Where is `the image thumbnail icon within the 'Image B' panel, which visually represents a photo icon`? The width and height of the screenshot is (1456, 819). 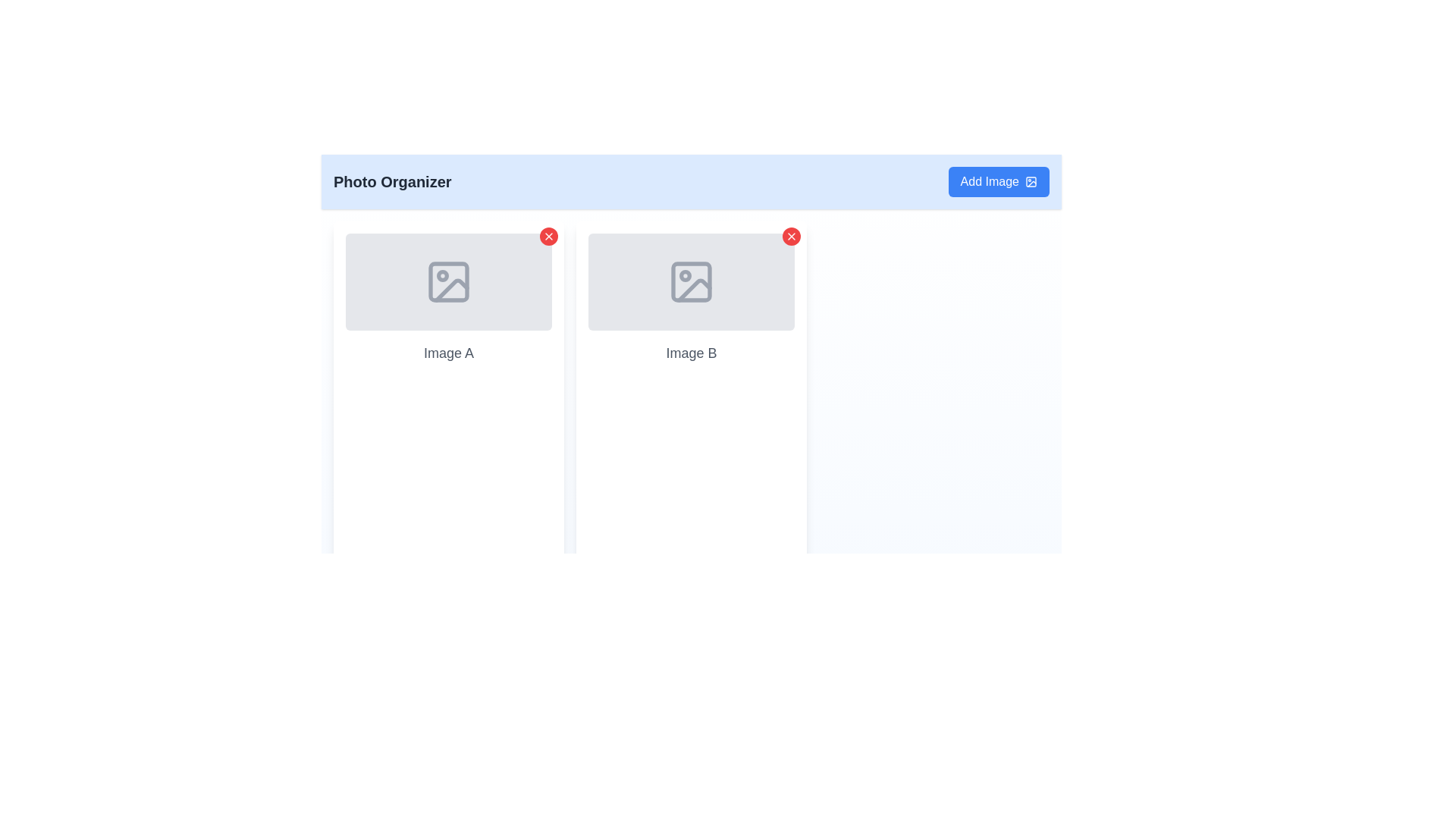 the image thumbnail icon within the 'Image B' panel, which visually represents a photo icon is located at coordinates (691, 281).